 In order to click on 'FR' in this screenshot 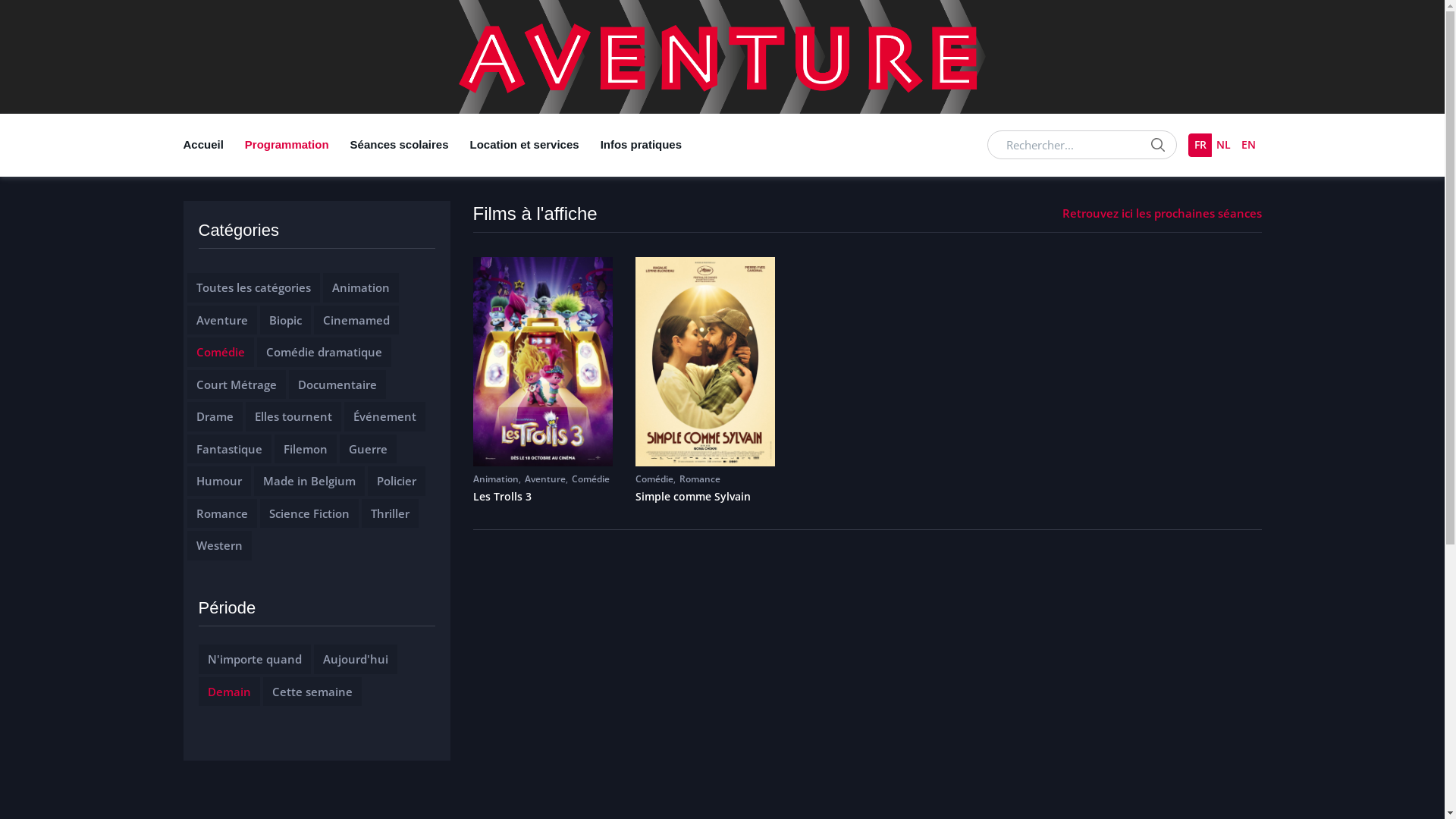, I will do `click(1187, 145)`.